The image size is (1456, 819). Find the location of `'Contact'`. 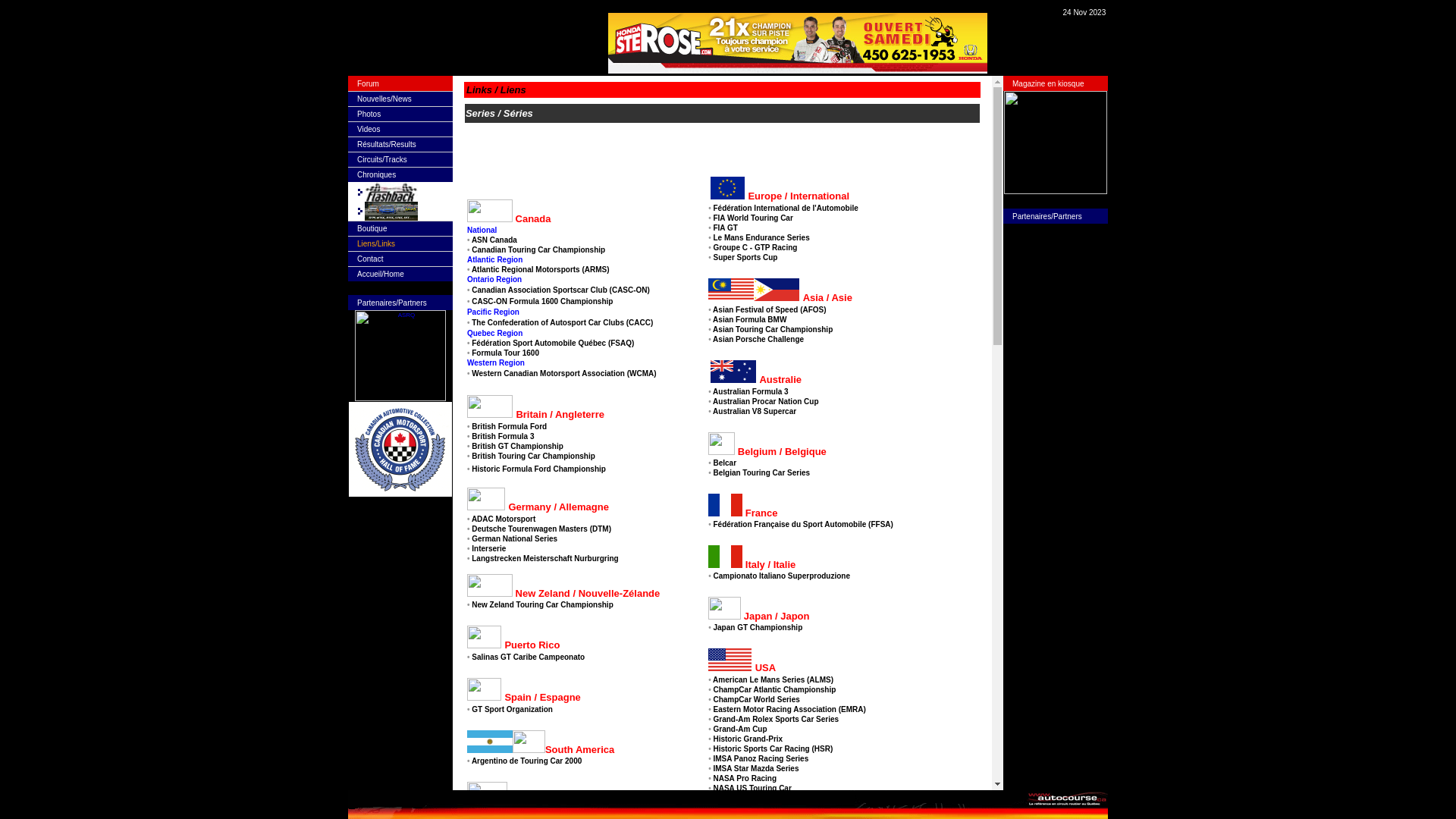

'Contact' is located at coordinates (370, 258).